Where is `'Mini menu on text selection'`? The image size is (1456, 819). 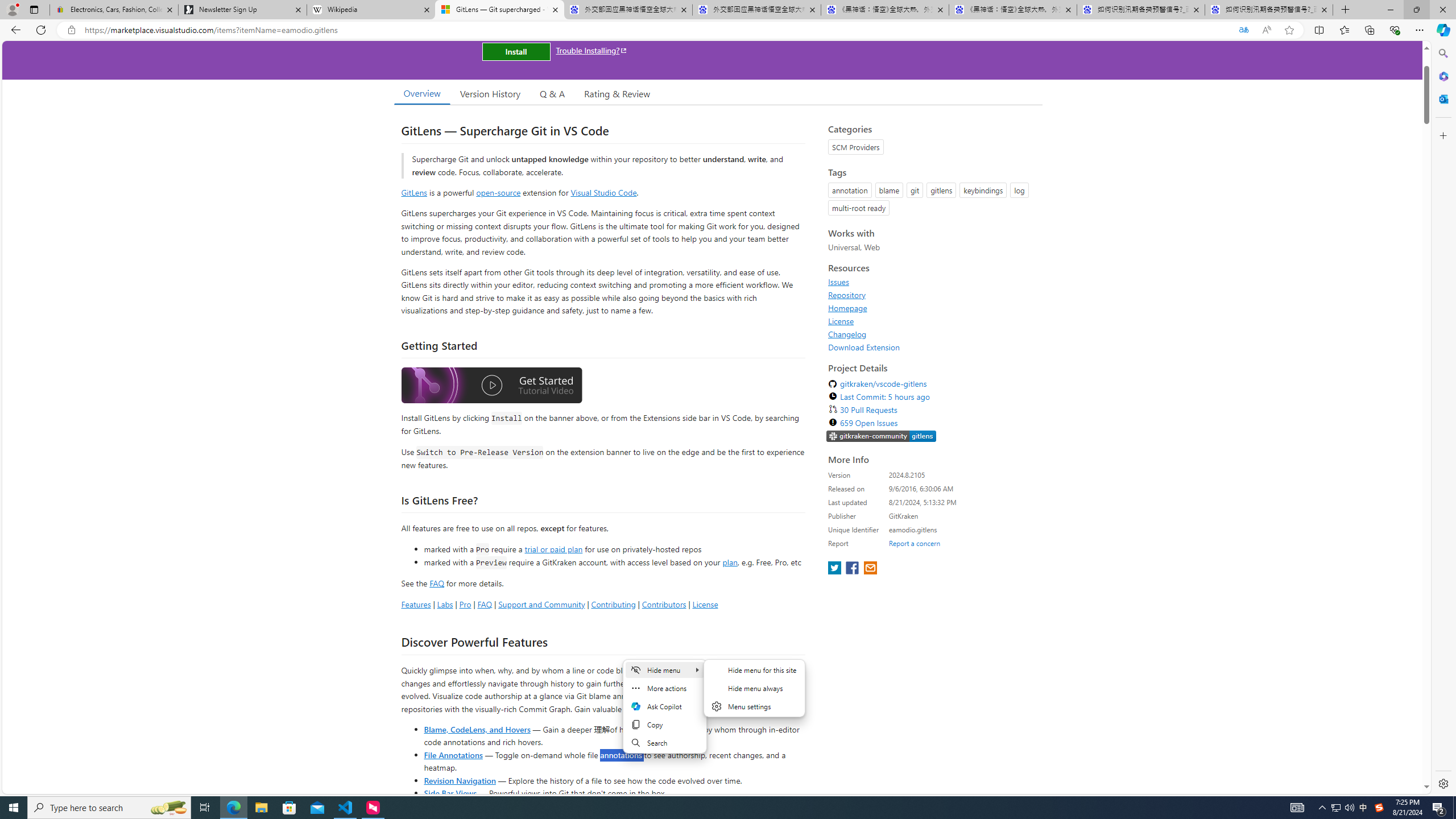
'Mini menu on text selection' is located at coordinates (664, 713).